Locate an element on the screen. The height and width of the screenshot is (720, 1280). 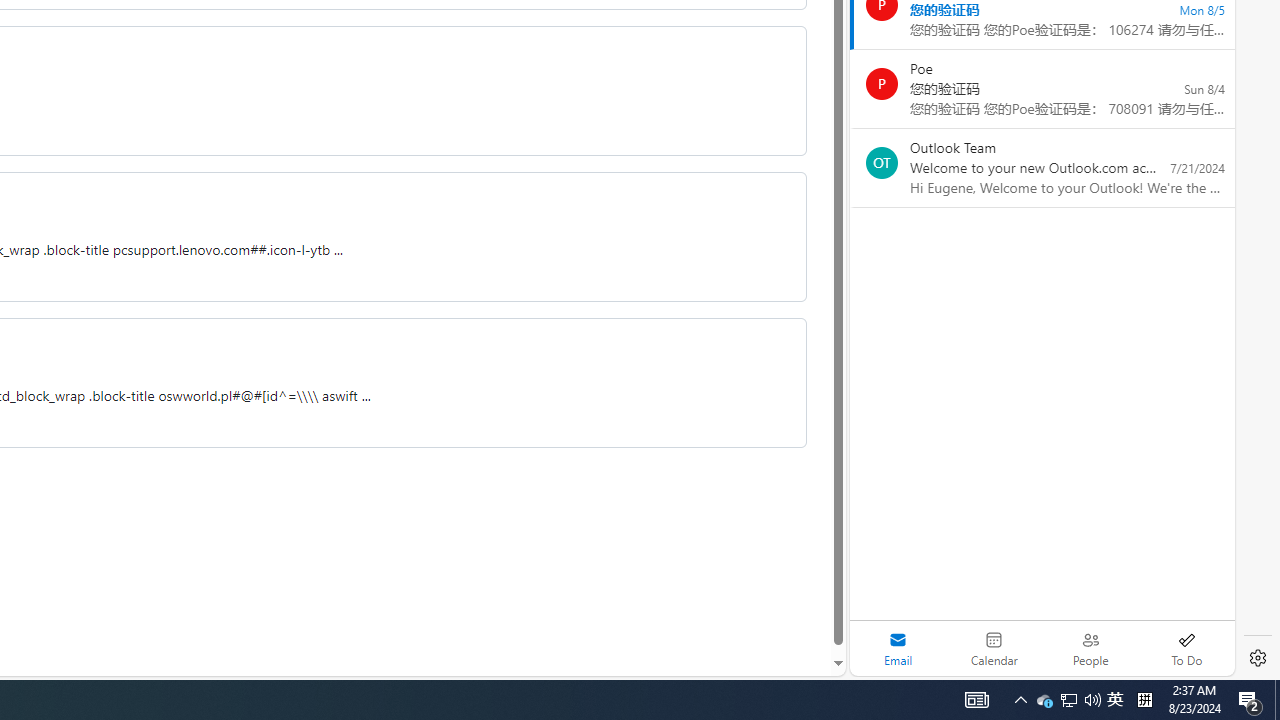
'People' is located at coordinates (1089, 648).